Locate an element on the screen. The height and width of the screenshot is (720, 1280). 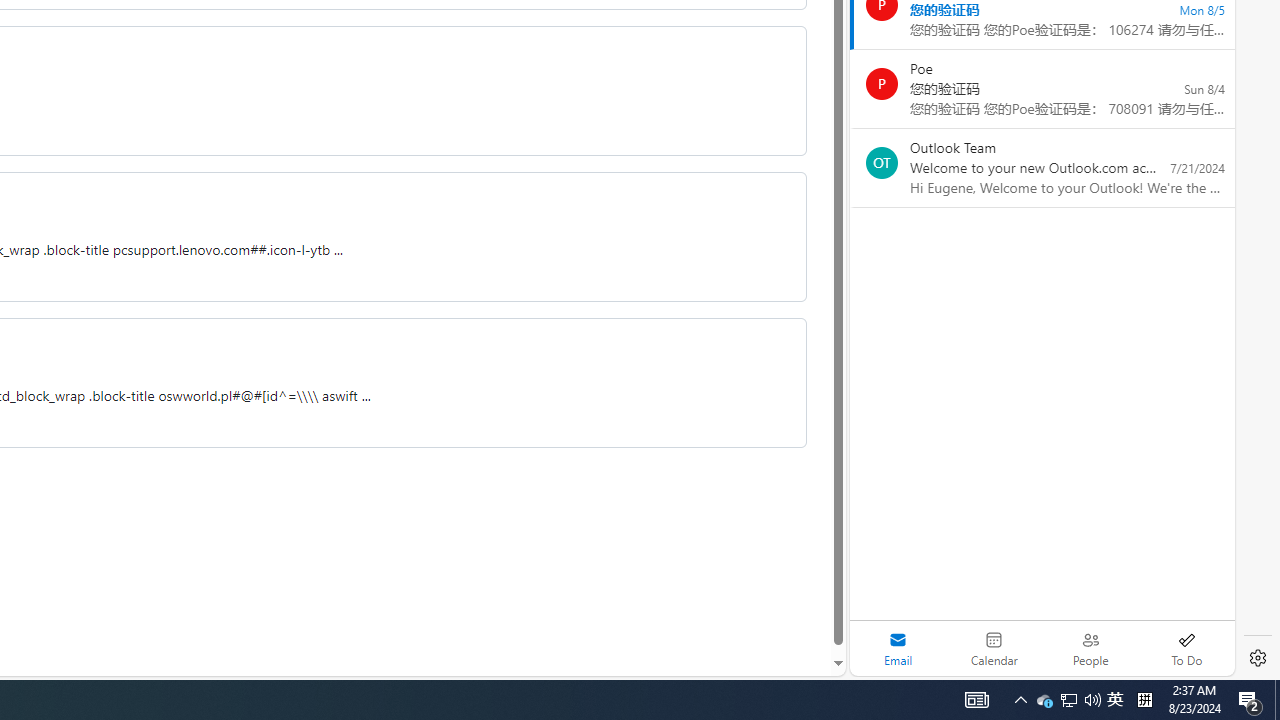
'People' is located at coordinates (1089, 648).